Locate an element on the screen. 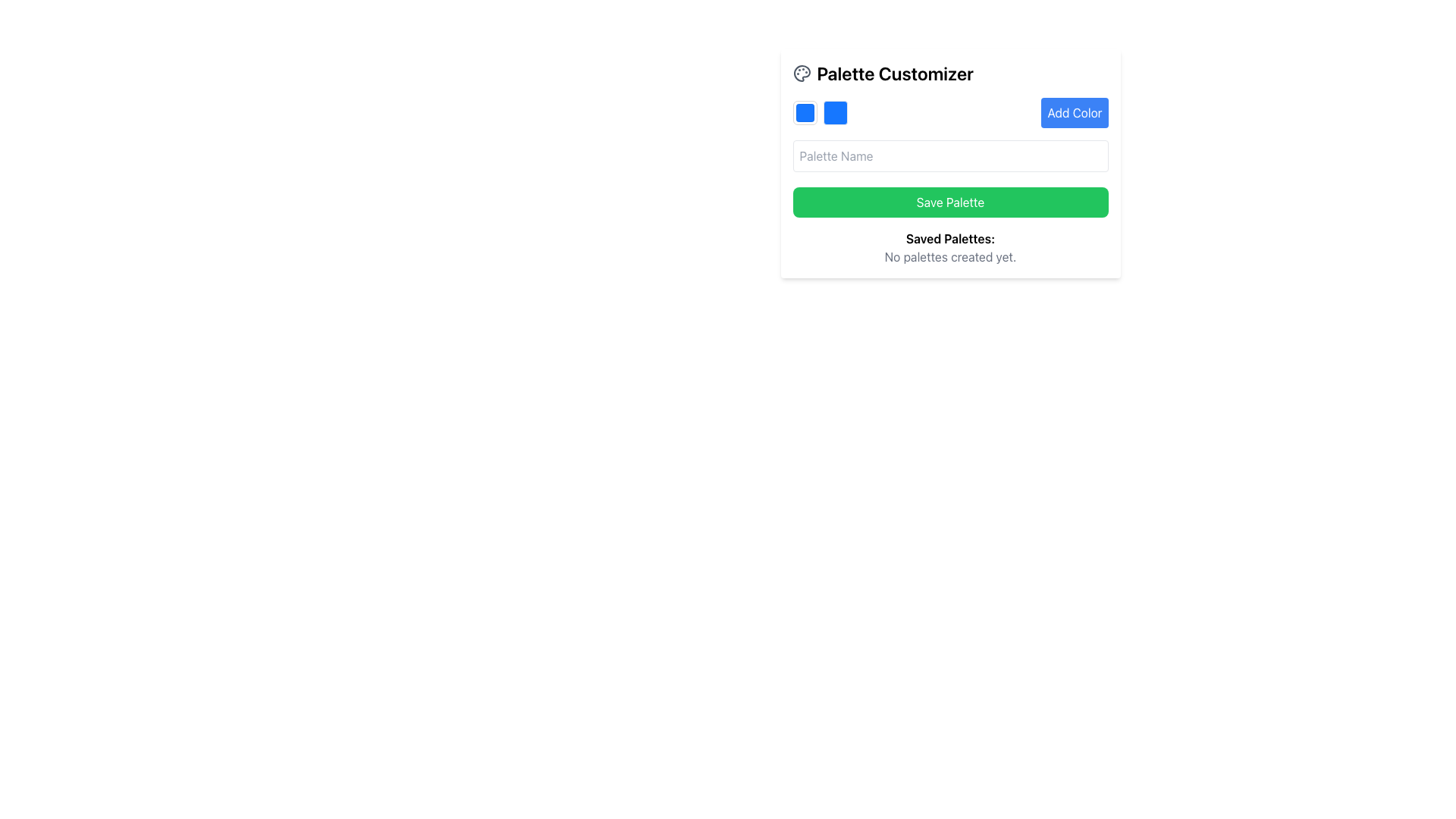 Image resolution: width=1456 pixels, height=819 pixels. the save button located directly below the 'Palette Name' text input field to observe its hover effect is located at coordinates (949, 201).